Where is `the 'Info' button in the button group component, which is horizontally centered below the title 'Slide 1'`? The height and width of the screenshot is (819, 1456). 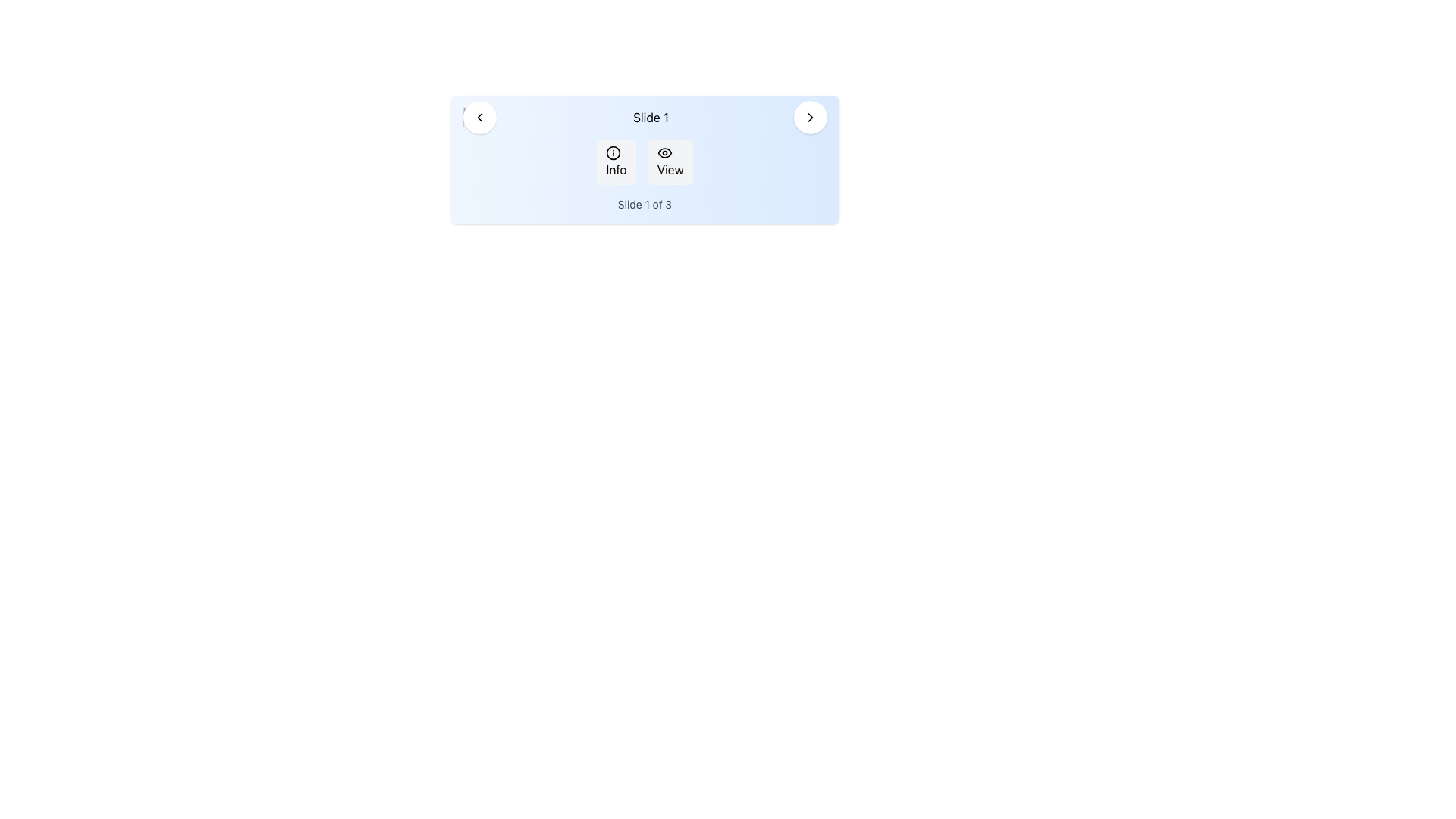 the 'Info' button in the button group component, which is horizontally centered below the title 'Slide 1' is located at coordinates (645, 162).